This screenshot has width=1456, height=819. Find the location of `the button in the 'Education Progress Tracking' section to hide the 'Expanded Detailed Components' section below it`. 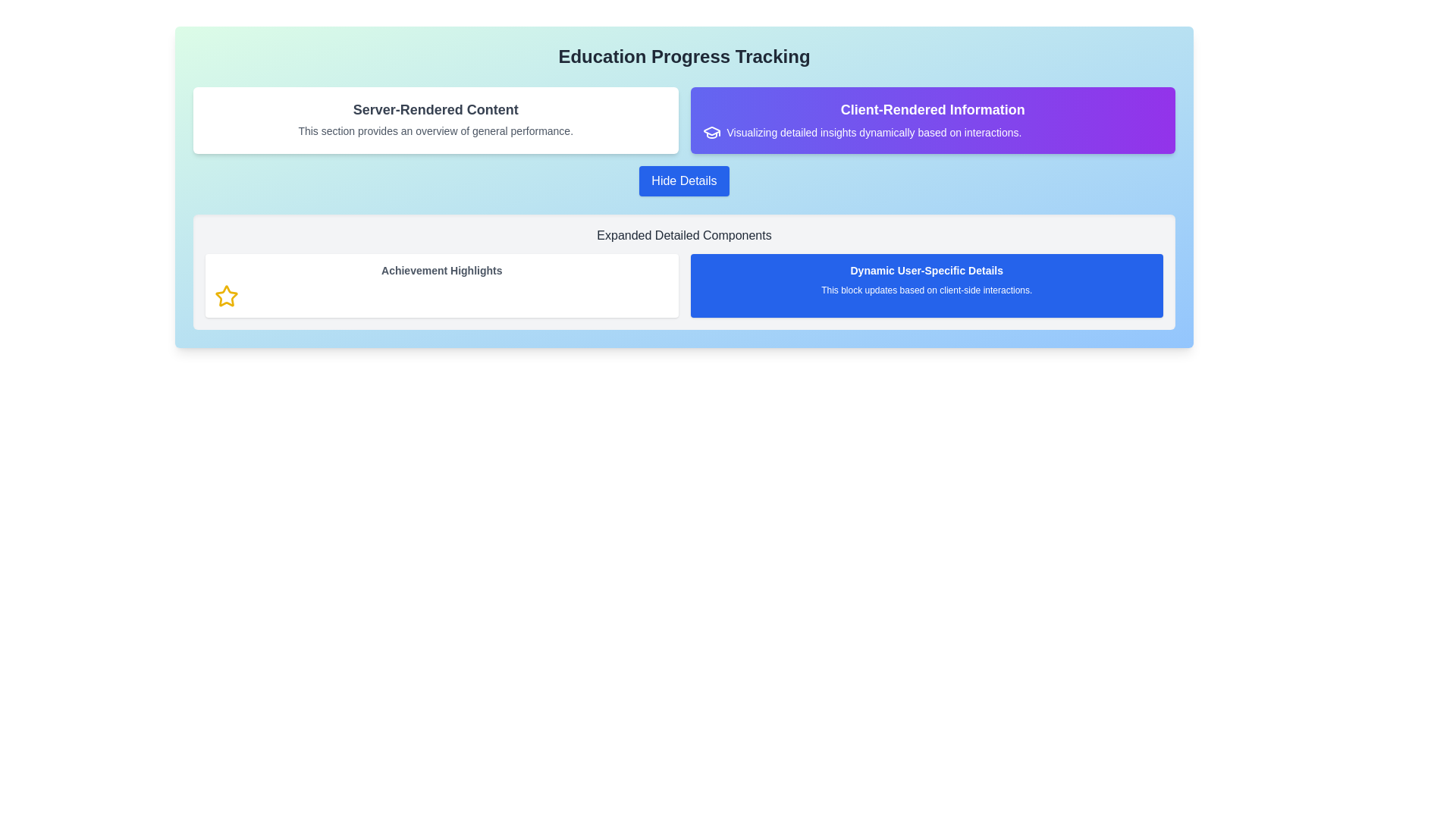

the button in the 'Education Progress Tracking' section to hide the 'Expanded Detailed Components' section below it is located at coordinates (683, 180).